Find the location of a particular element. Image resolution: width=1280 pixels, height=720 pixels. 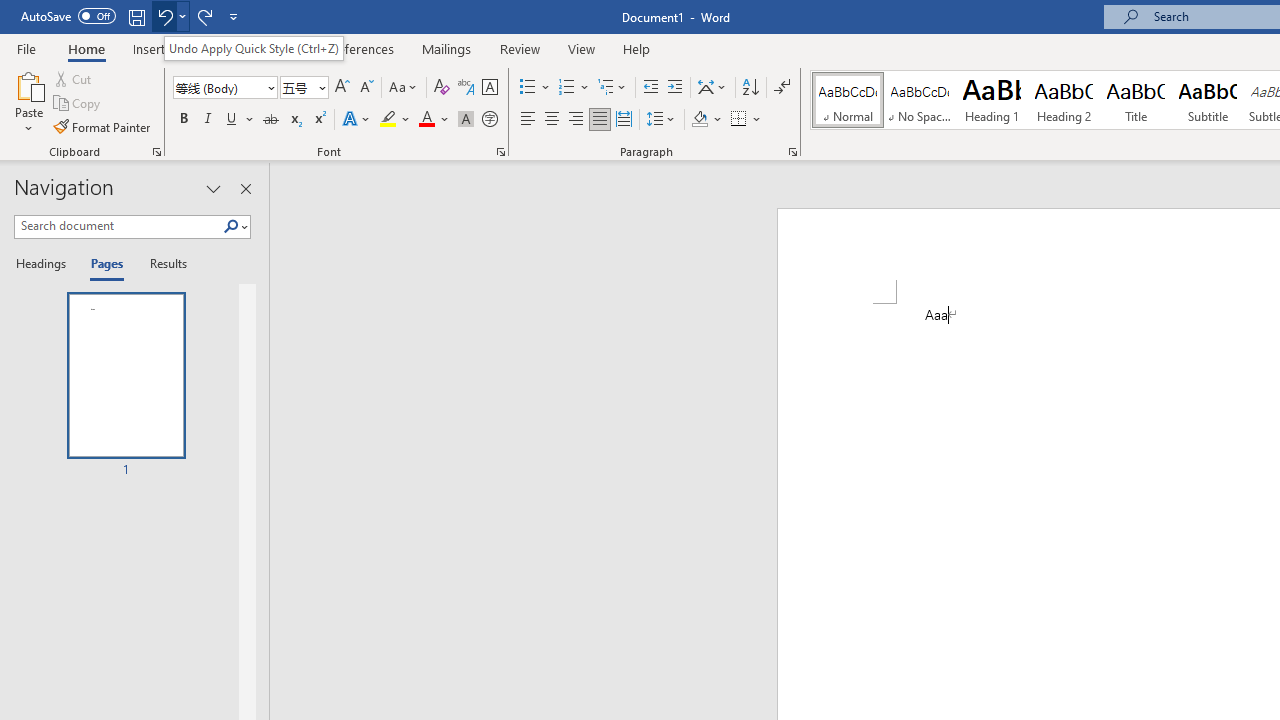

'Grow Font' is located at coordinates (342, 86).